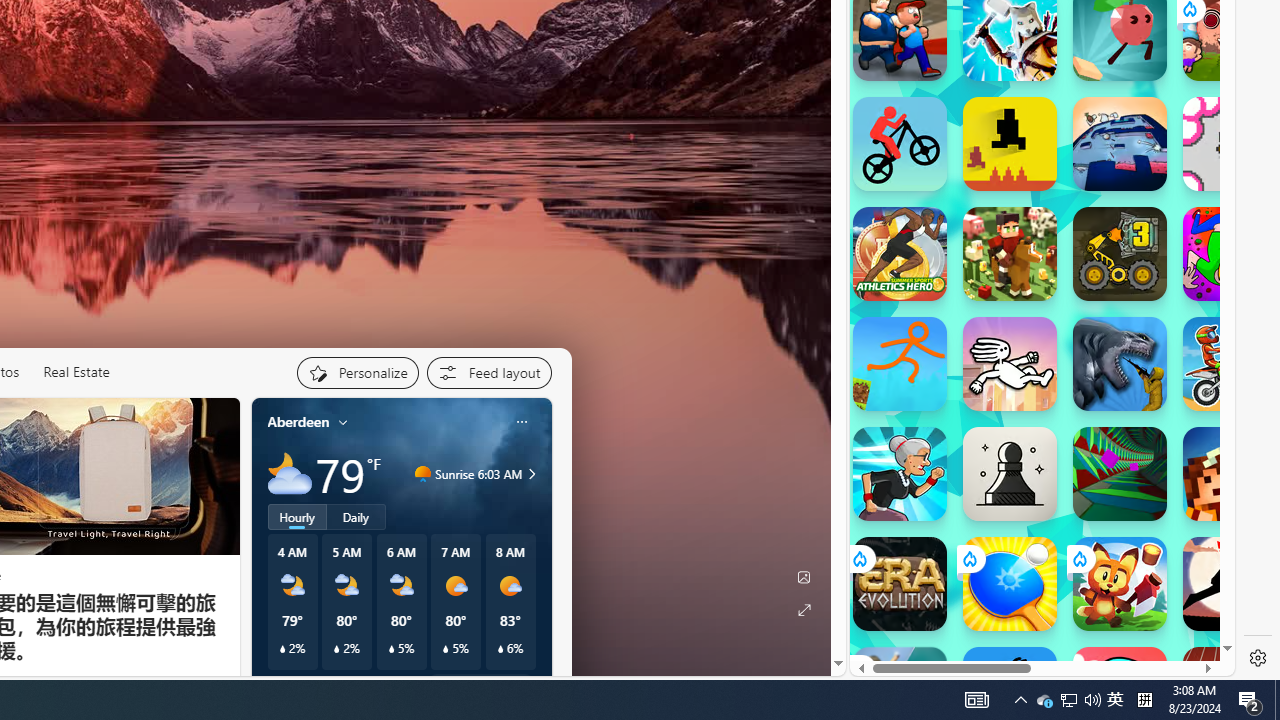  I want to click on 'Combat Reloaded Combat Reloaded poki.com', so click(1092, 279).